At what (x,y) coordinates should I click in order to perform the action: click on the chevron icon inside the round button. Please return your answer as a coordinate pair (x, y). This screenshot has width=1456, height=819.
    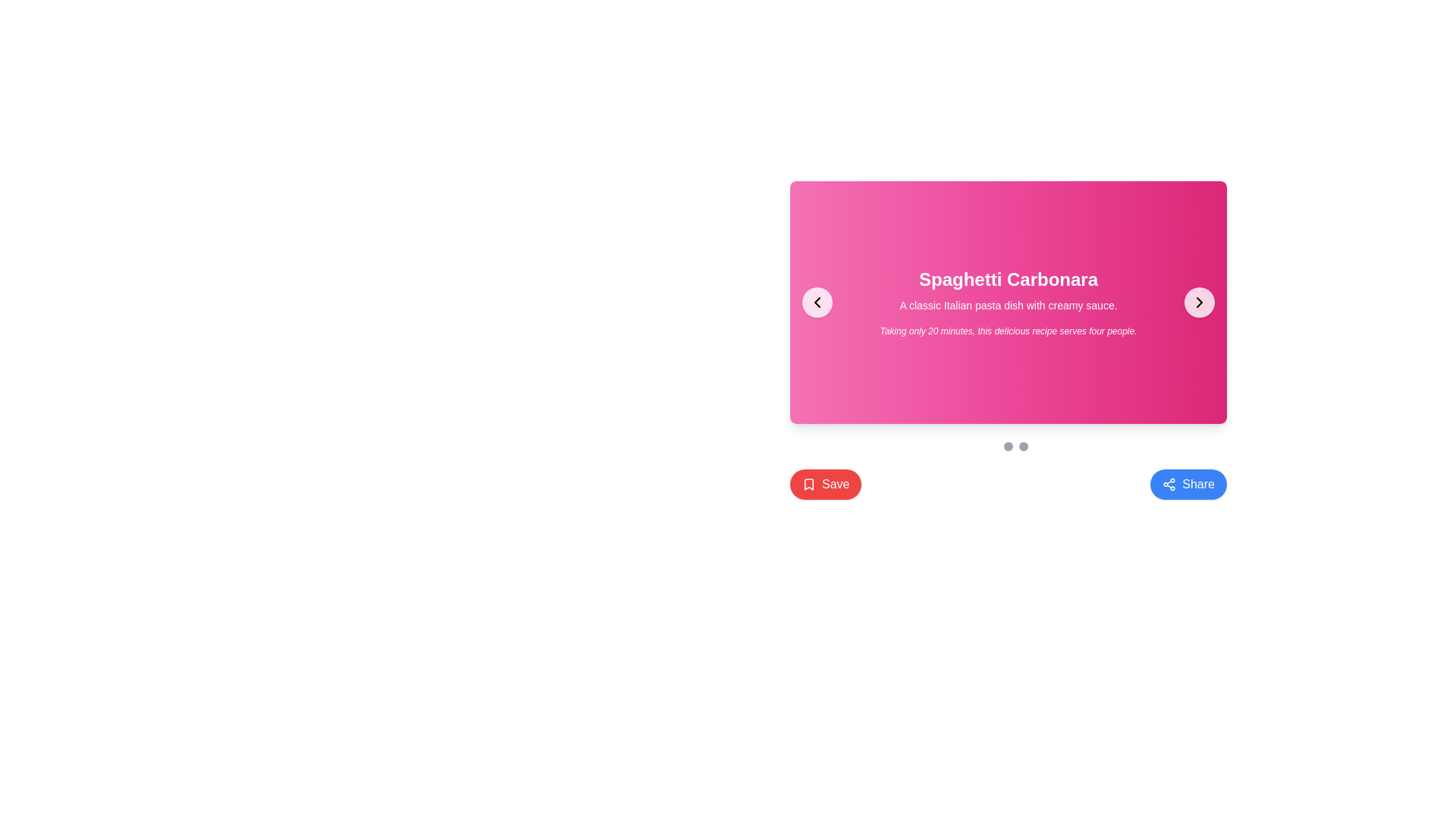
    Looking at the image, I should click on (817, 302).